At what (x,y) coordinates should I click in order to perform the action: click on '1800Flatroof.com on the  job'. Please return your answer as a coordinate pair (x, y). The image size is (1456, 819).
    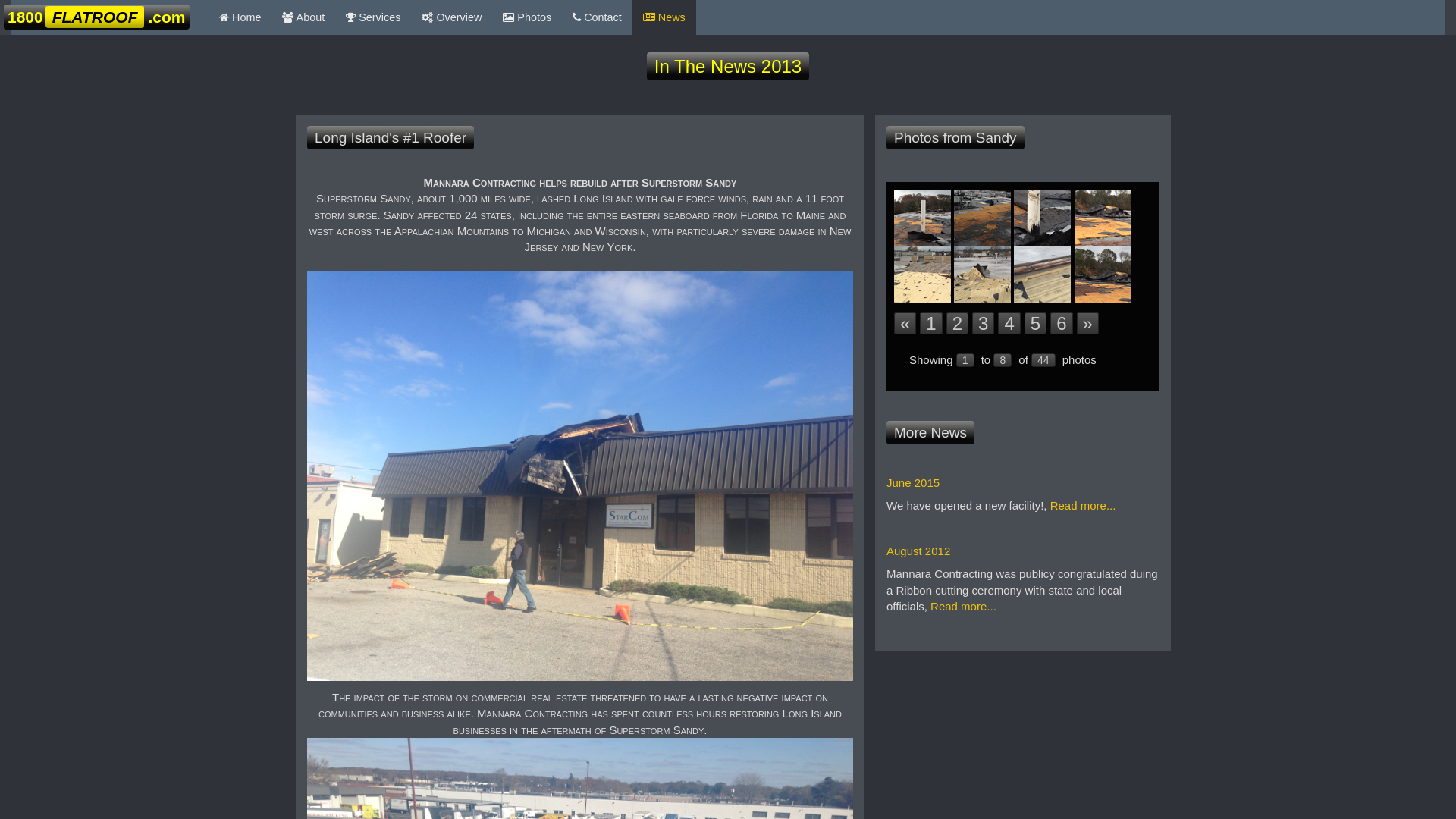
    Looking at the image, I should click on (1103, 216).